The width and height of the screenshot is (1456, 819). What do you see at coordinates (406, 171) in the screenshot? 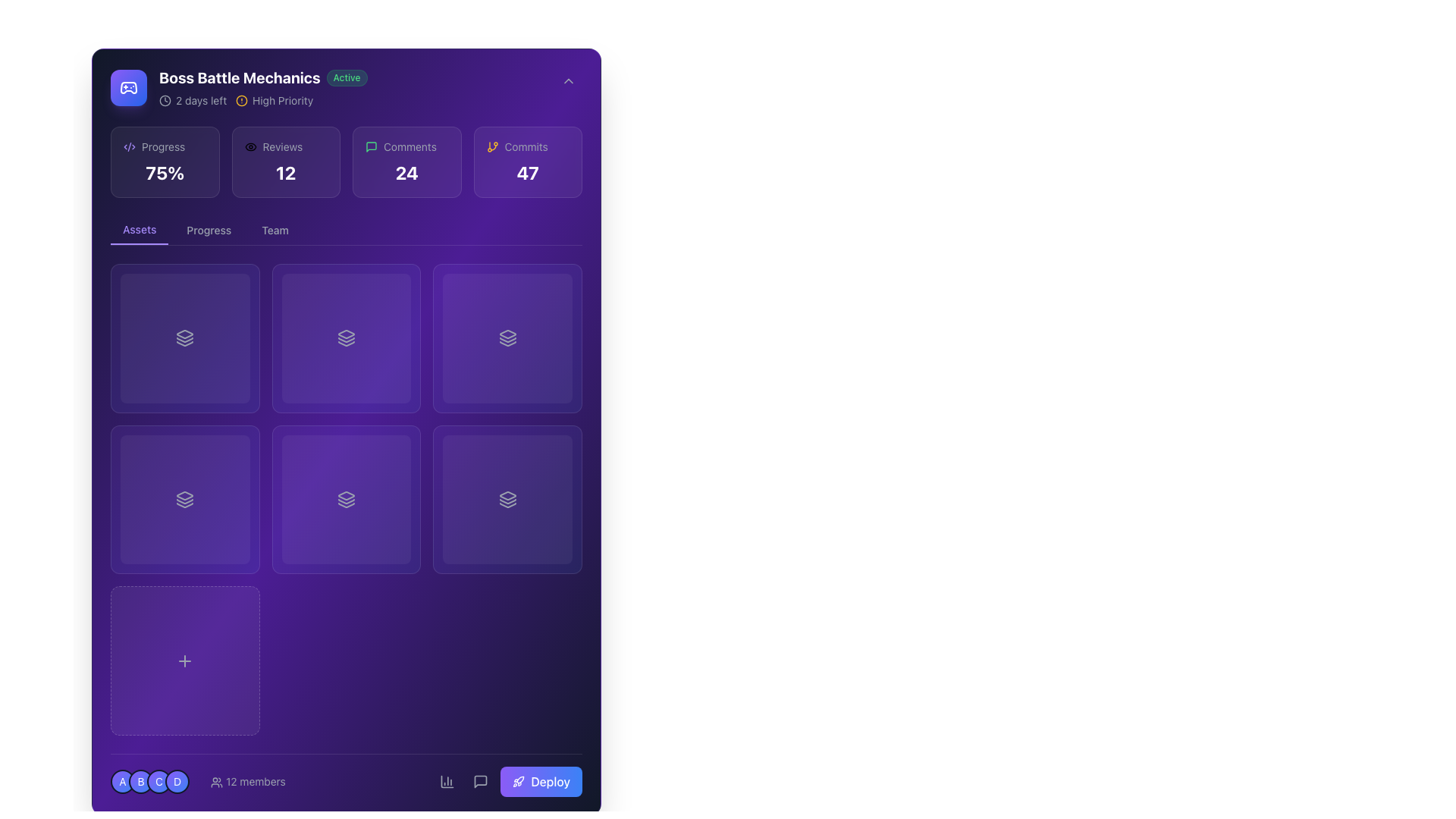
I see `the static text element that displays the comment count within the 'Comments' card located in the upper interface area` at bounding box center [406, 171].